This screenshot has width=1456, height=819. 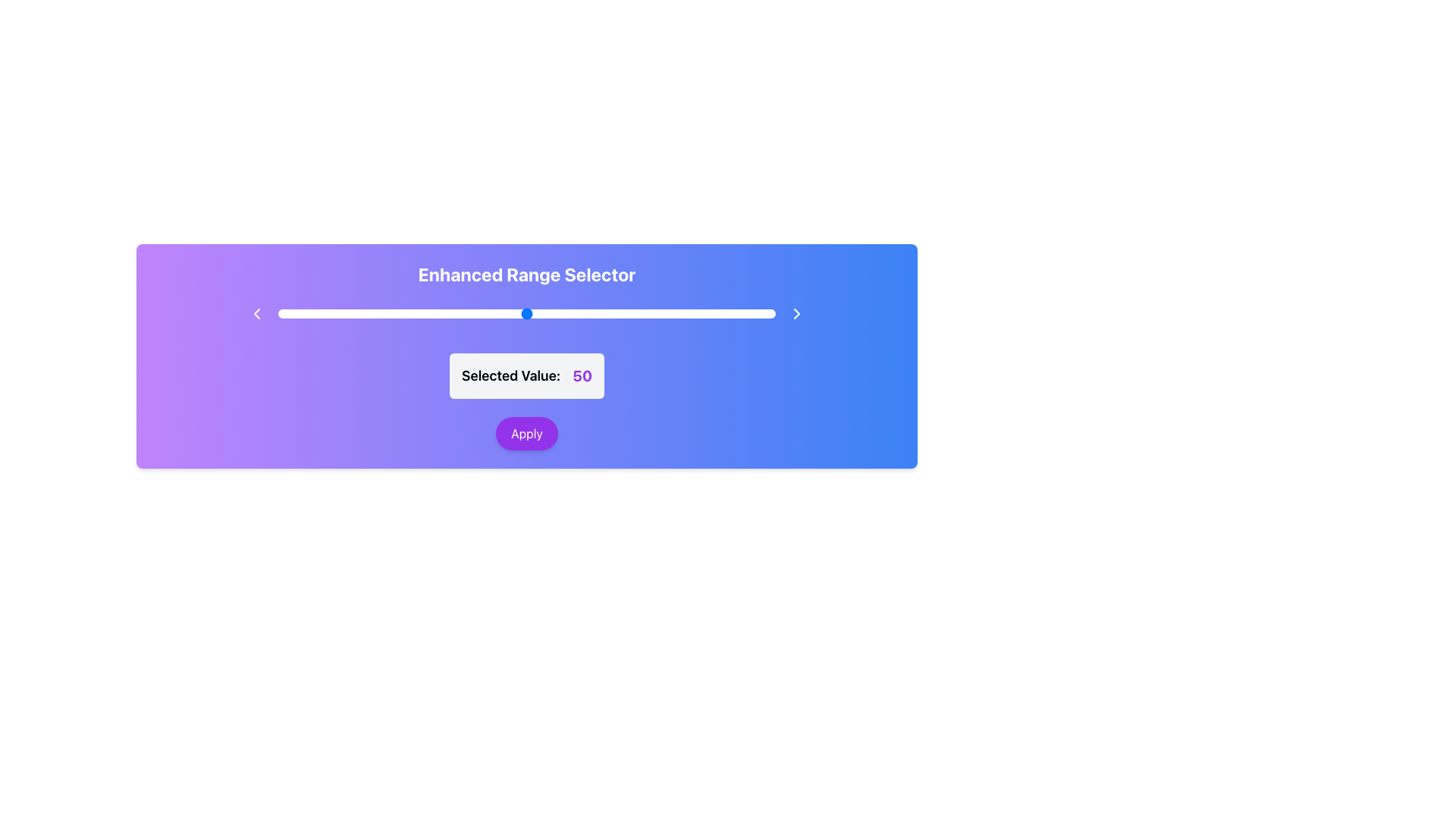 I want to click on the slider, so click(x=392, y=312).